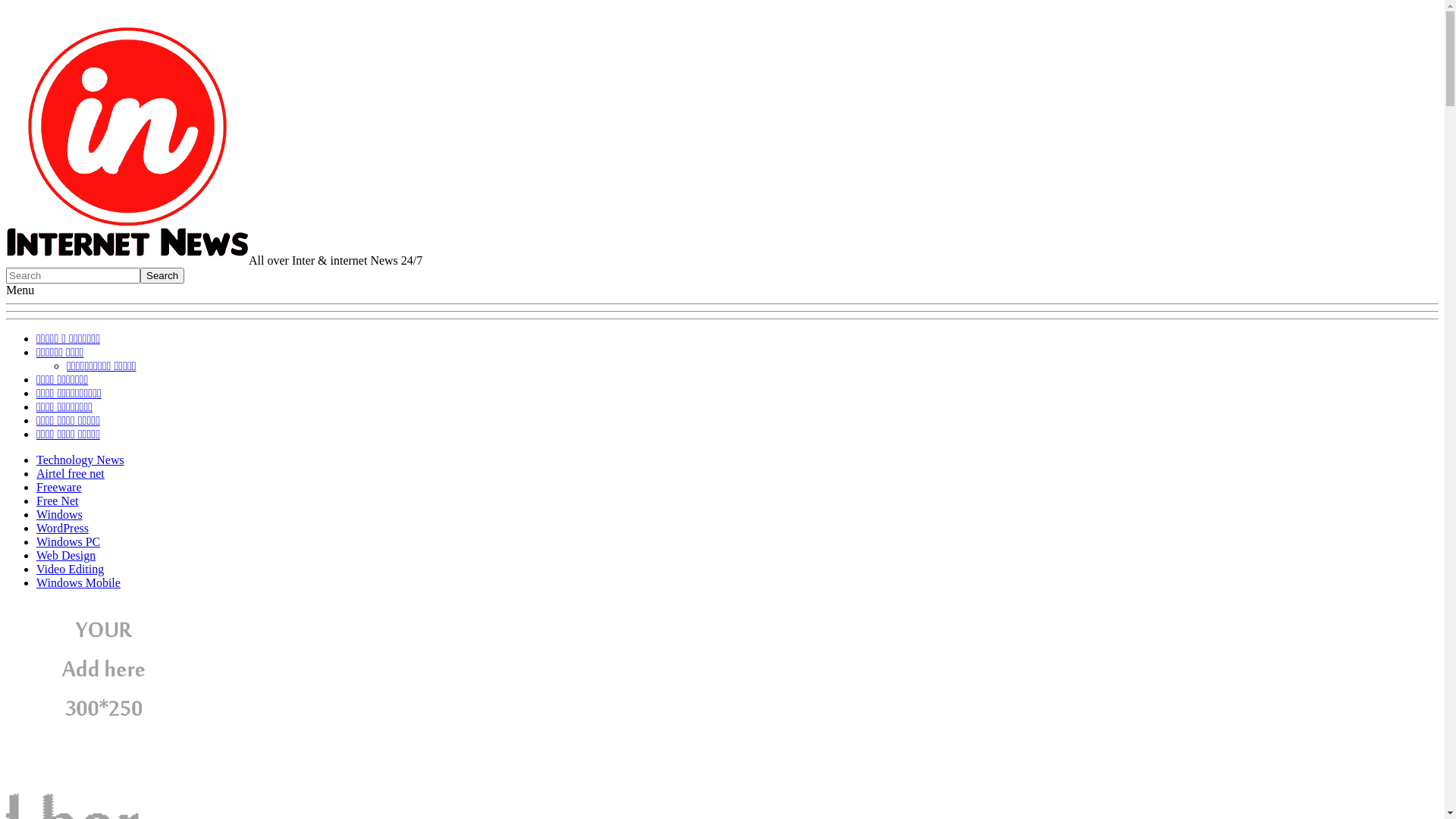  I want to click on 'Search', so click(6, 275).